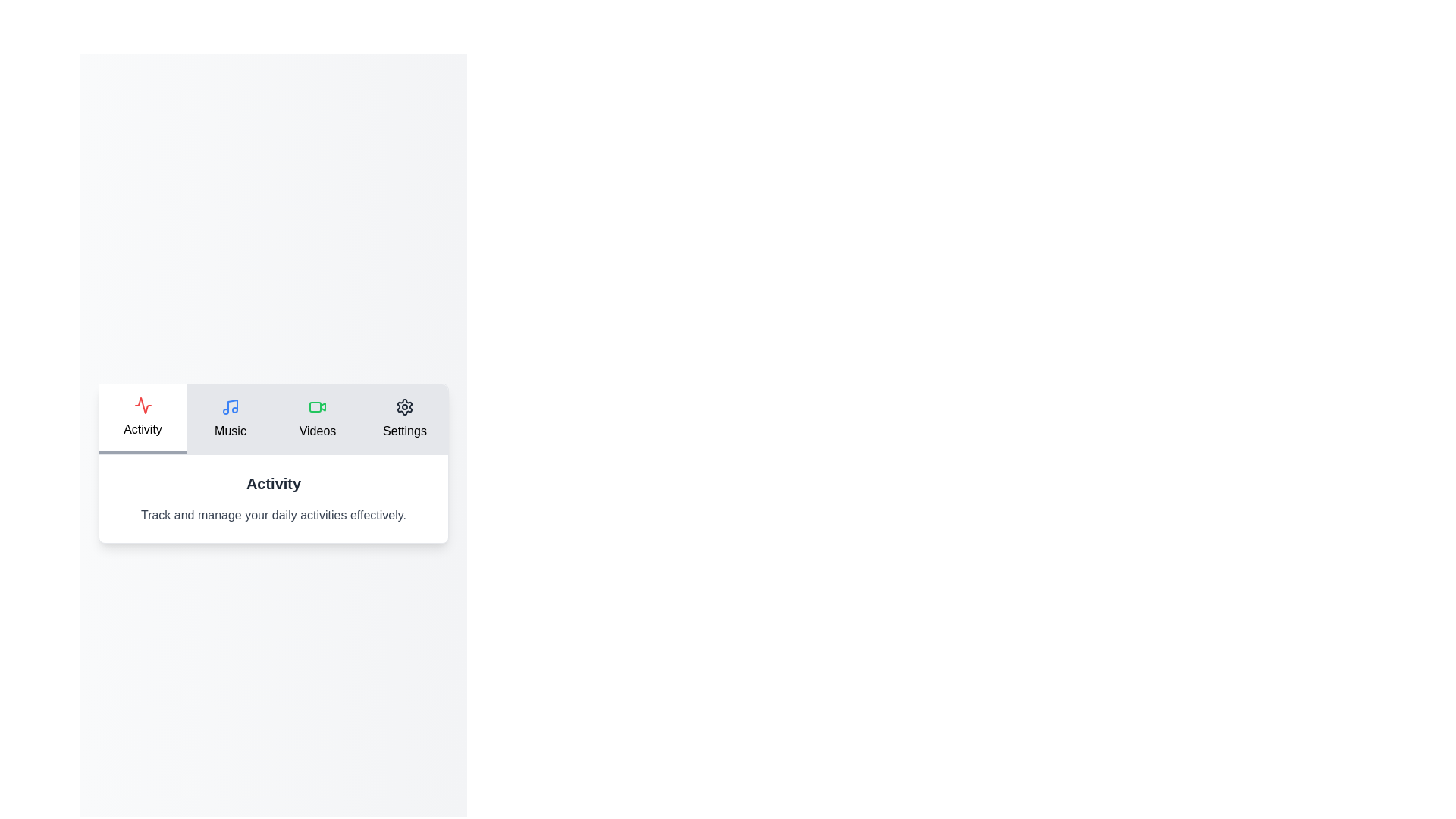  I want to click on the tab Videos to display its associated content, so click(316, 419).